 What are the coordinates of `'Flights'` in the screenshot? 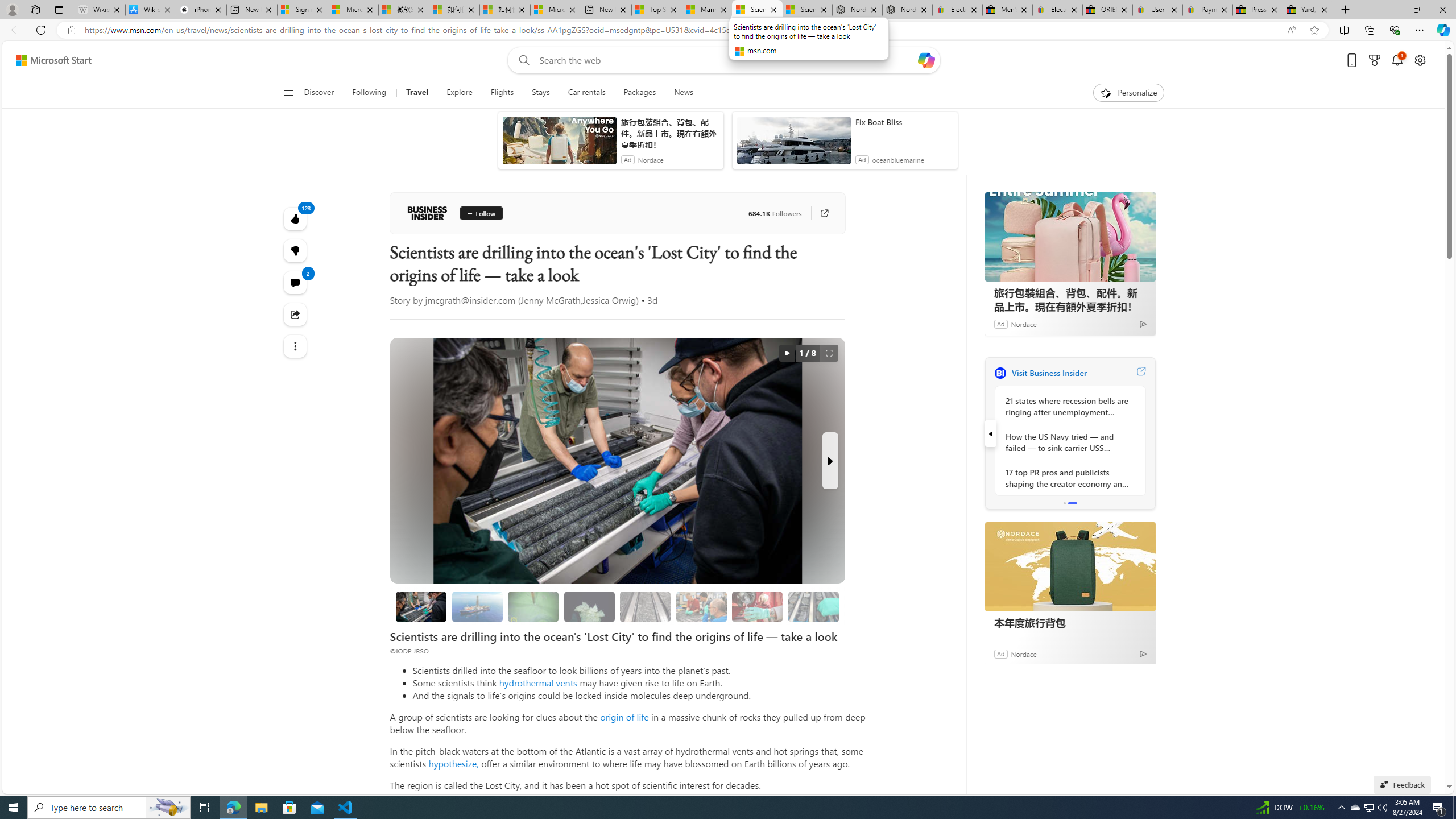 It's located at (502, 92).